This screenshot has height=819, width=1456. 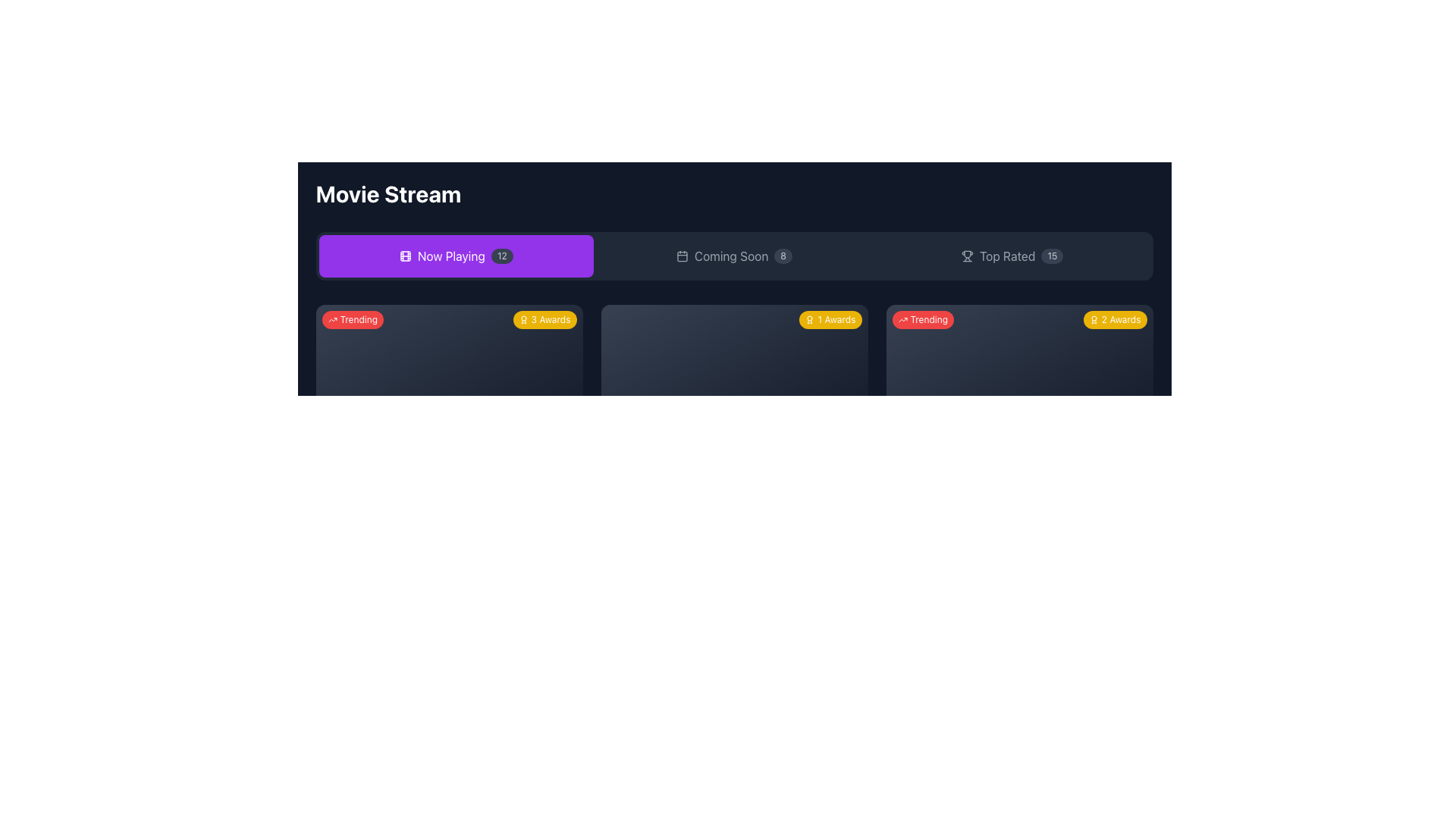 I want to click on the yellow badge icon displaying '2 Awards' located in the upper-right corner of the card-like section, so click(x=1094, y=318).